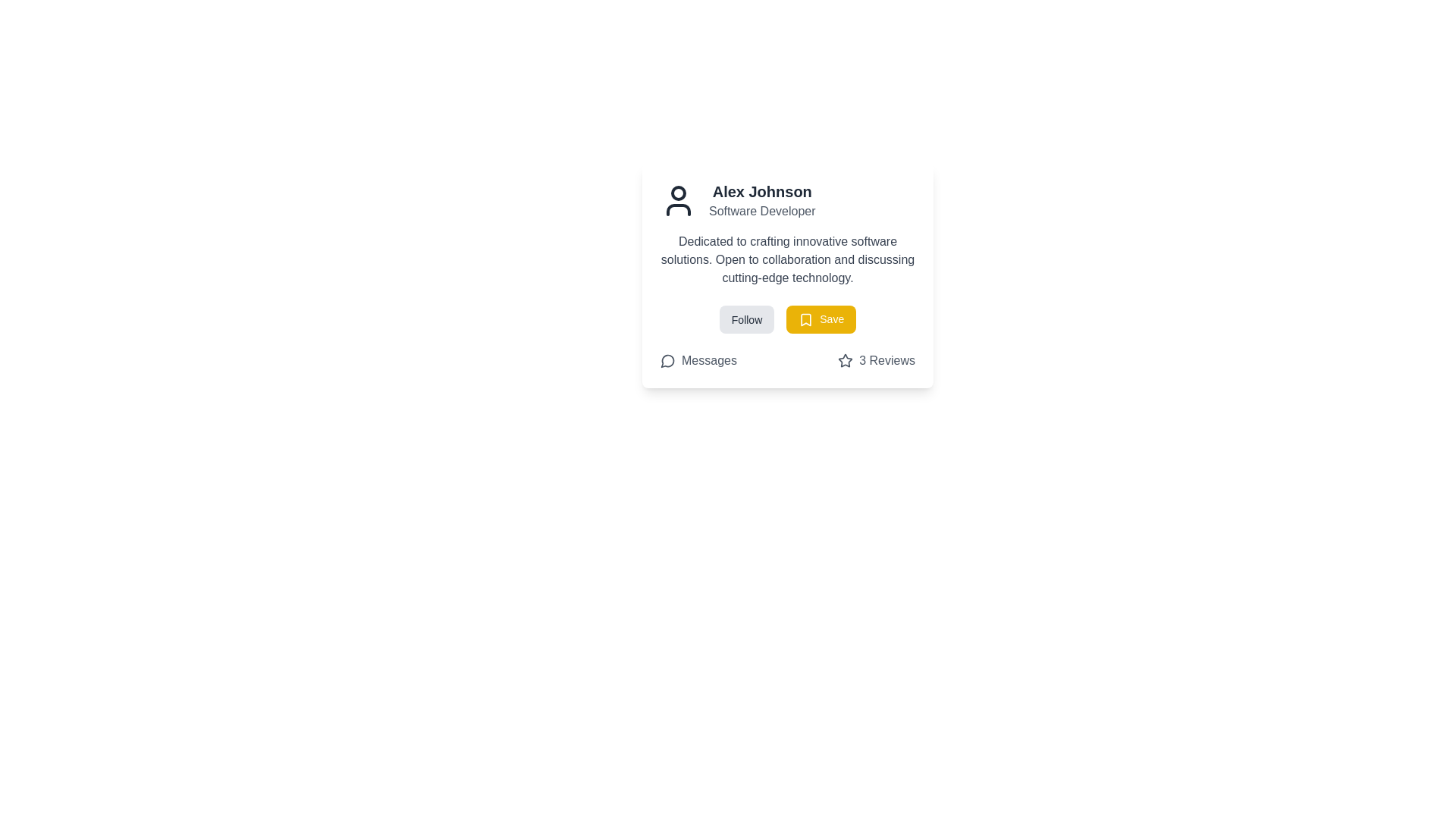  I want to click on the yellow bookmark icon located inside the 'Save' button positioned to the right of the 'Follow' button below the profile description for 'Alex Johnson', so click(805, 319).